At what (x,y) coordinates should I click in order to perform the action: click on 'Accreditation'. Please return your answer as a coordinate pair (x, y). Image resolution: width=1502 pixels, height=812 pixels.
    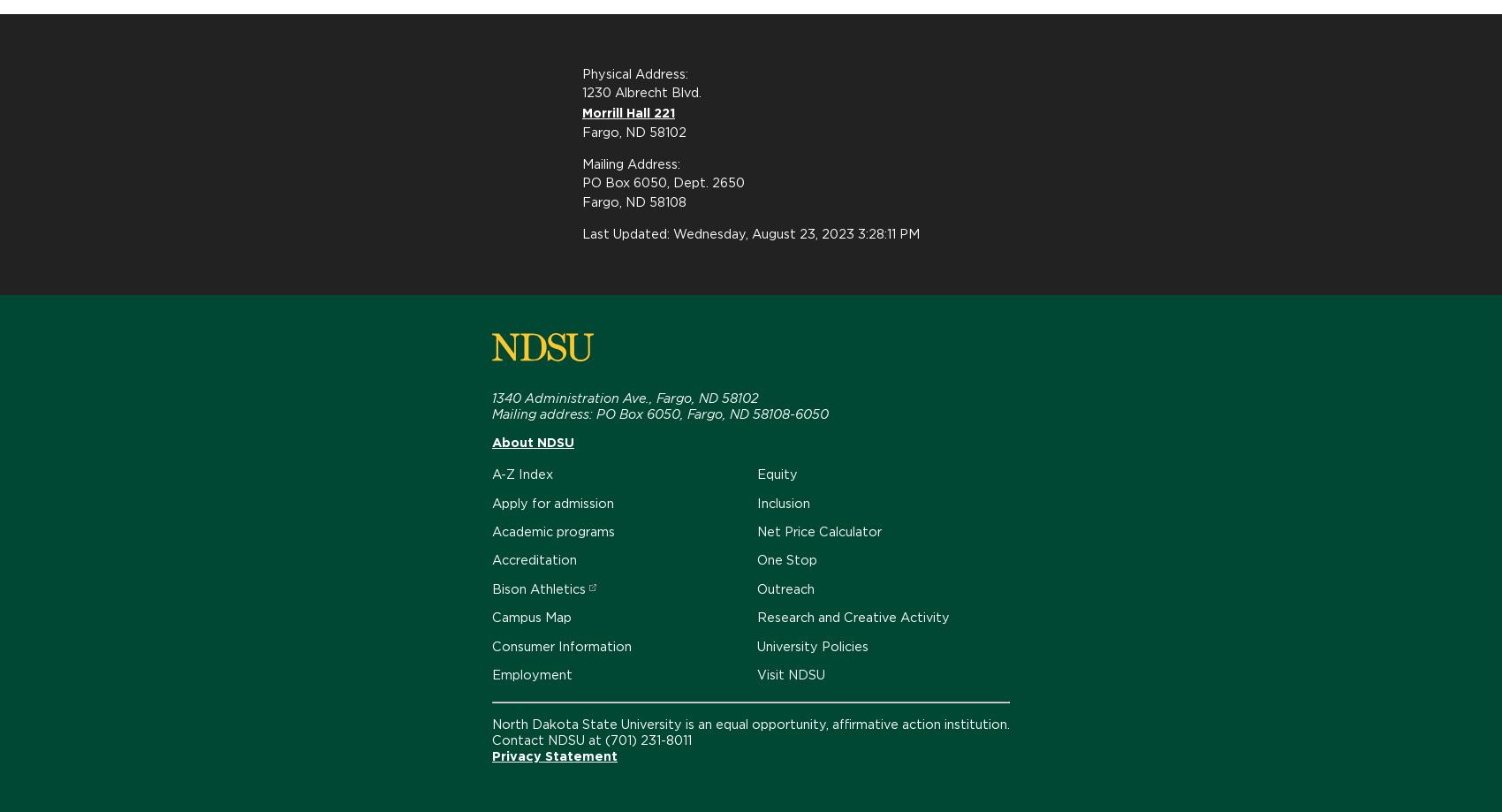
    Looking at the image, I should click on (534, 560).